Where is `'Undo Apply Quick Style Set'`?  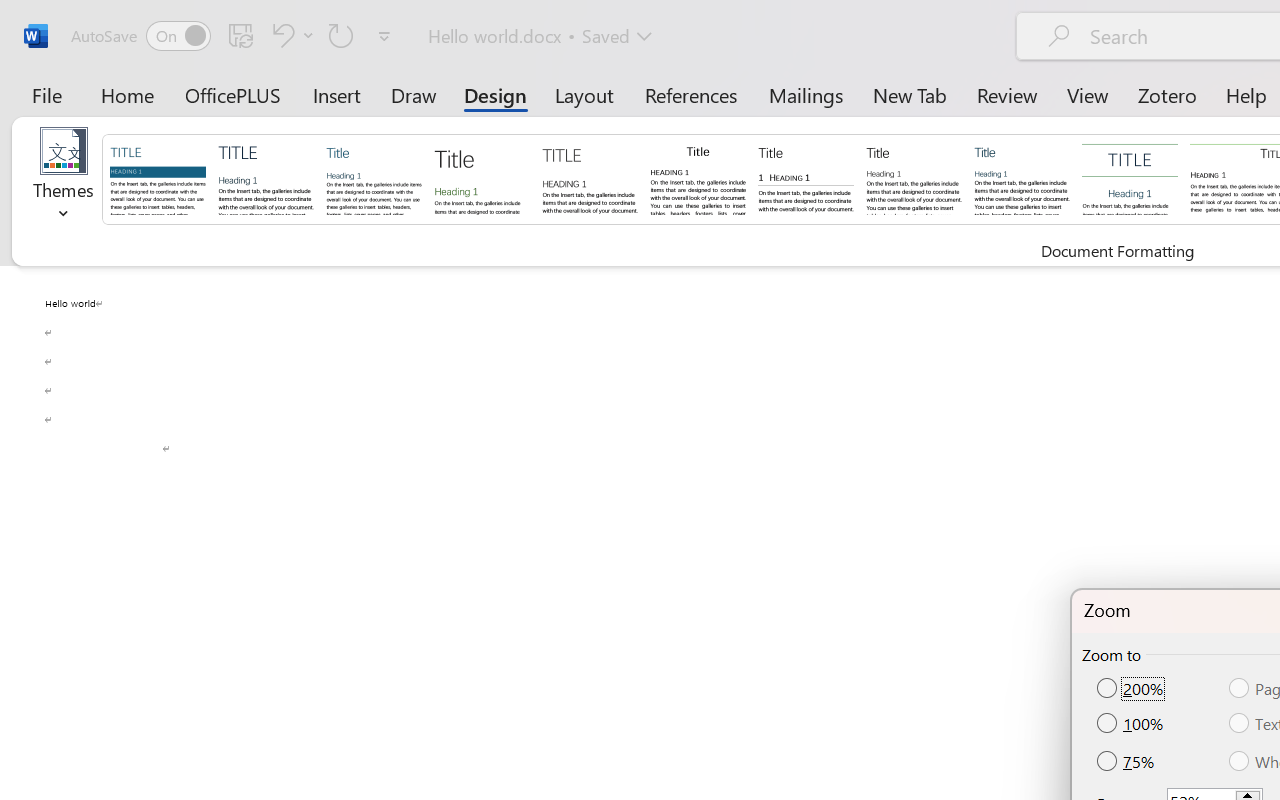 'Undo Apply Quick Style Set' is located at coordinates (279, 34).